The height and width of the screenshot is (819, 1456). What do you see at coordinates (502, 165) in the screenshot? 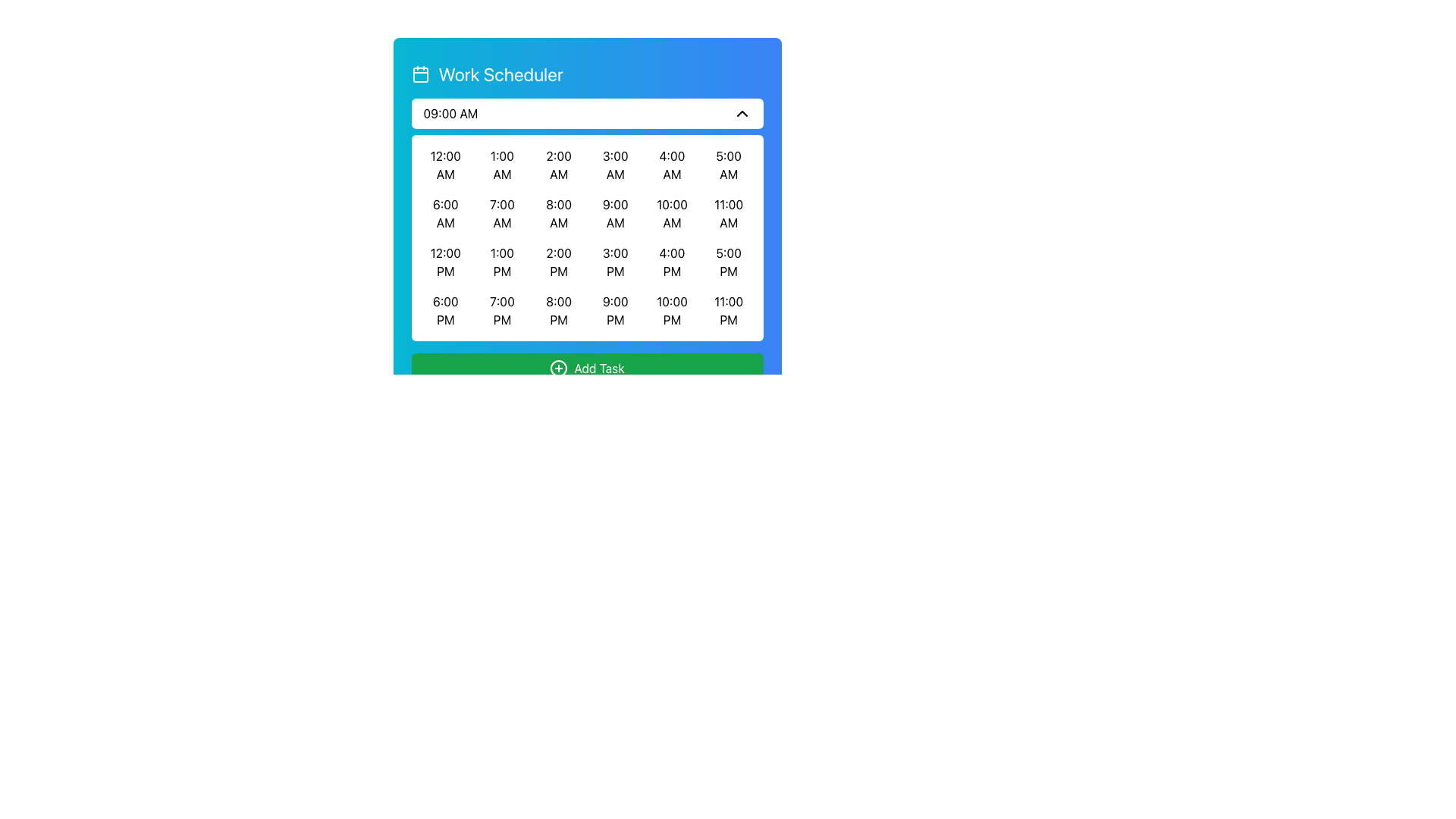
I see `the '1:00 AM' button, which is a small rectangular component with rounded corners in the schedule grid` at bounding box center [502, 165].